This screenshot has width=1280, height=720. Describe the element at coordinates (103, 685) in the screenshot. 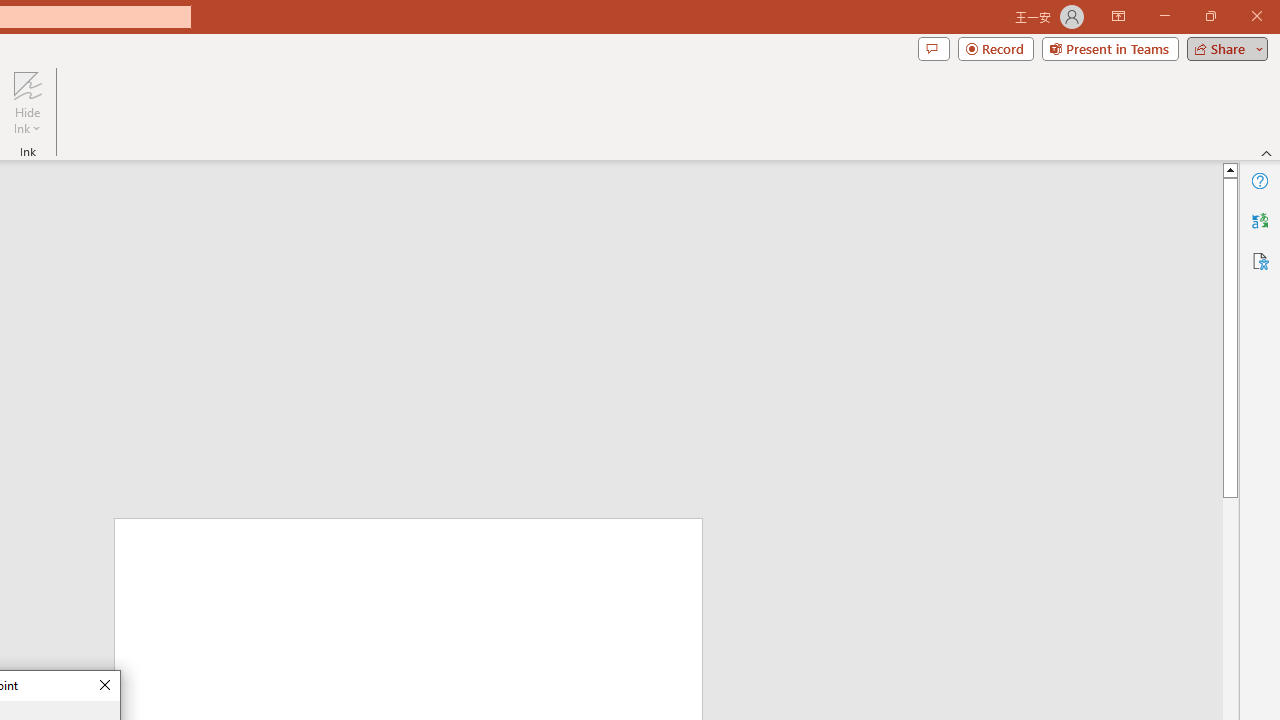

I see `'Close'` at that location.